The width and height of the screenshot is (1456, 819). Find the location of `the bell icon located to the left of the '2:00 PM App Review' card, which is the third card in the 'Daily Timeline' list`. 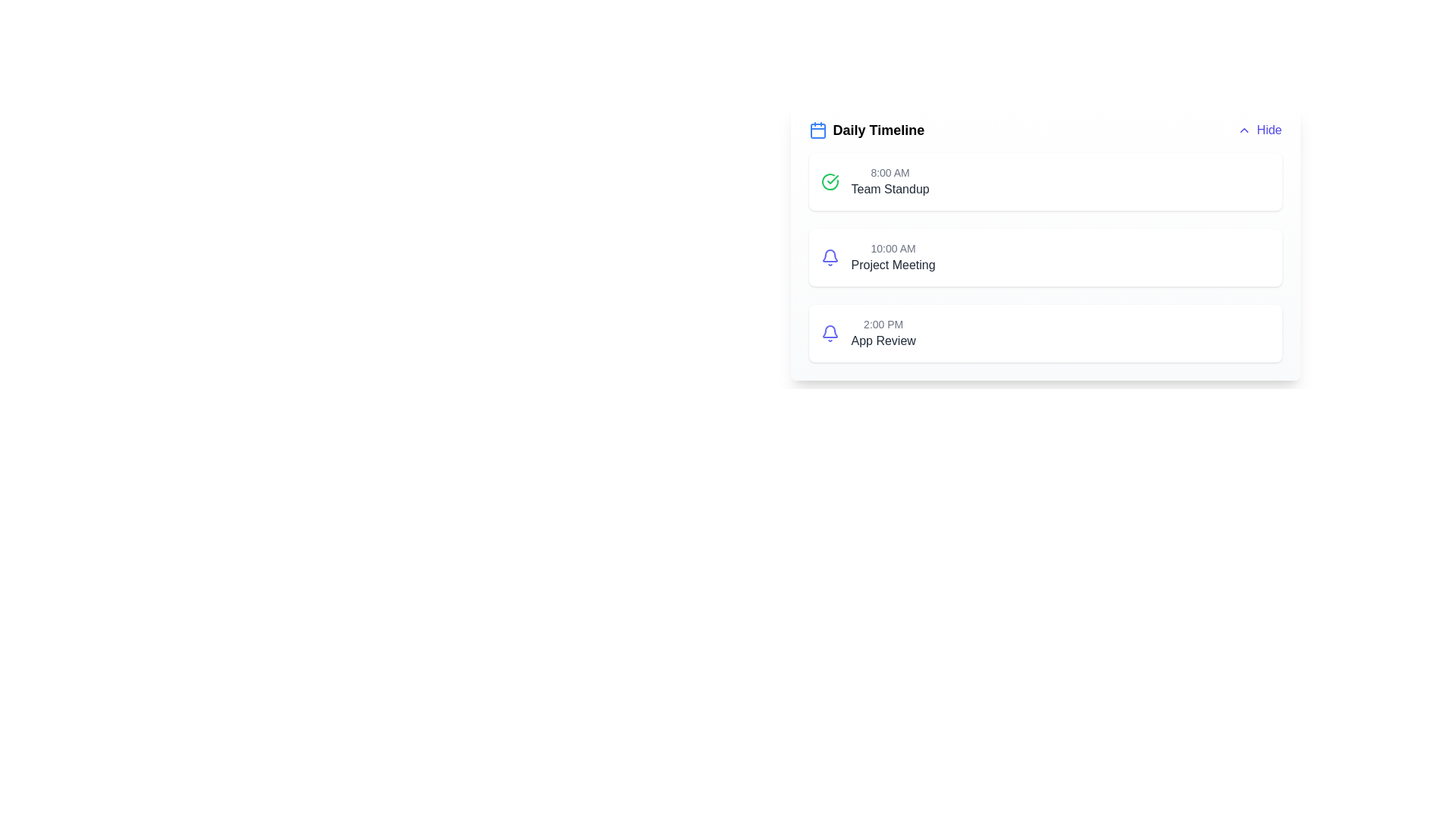

the bell icon located to the left of the '2:00 PM App Review' card, which is the third card in the 'Daily Timeline' list is located at coordinates (829, 332).